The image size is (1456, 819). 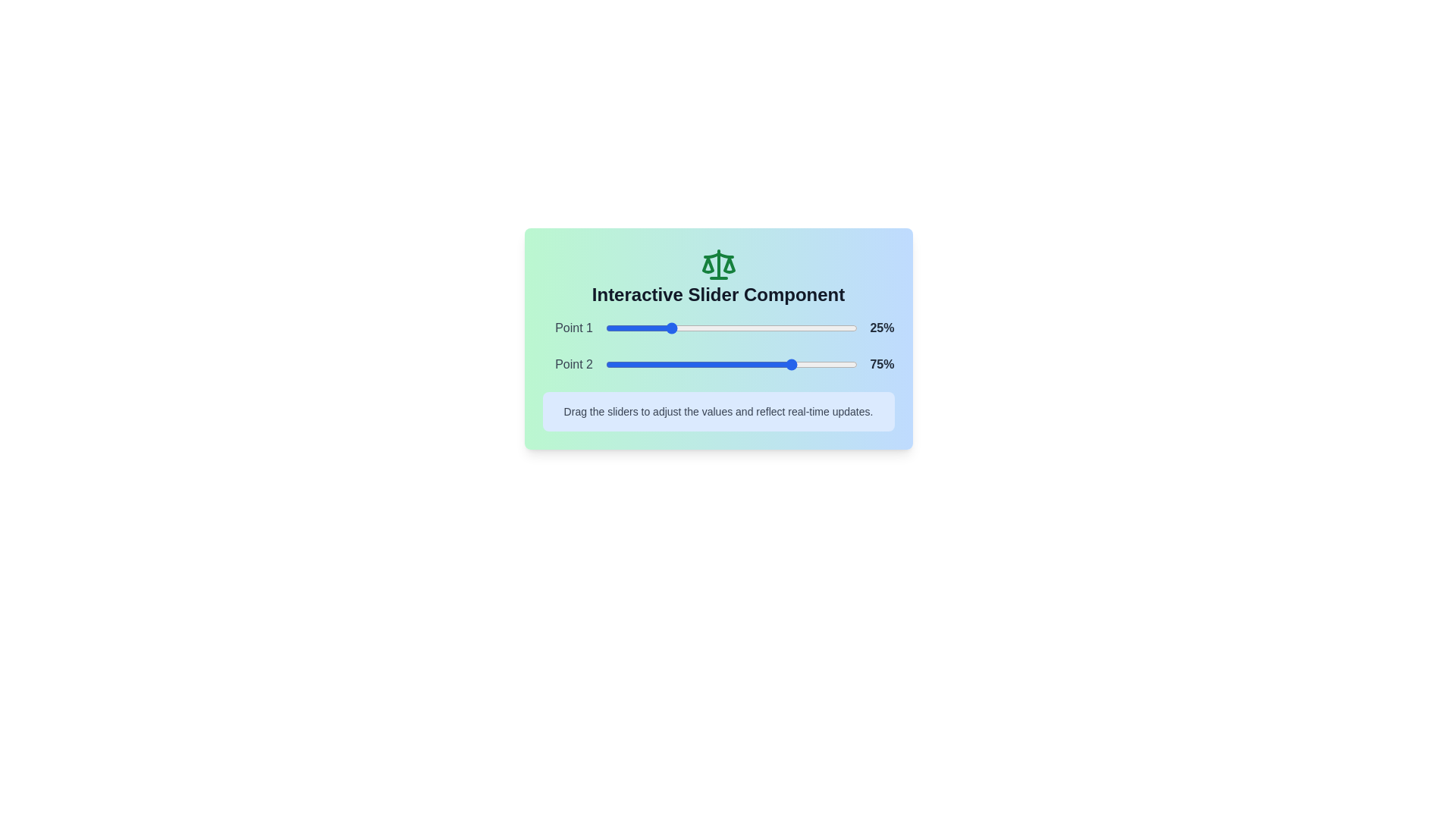 What do you see at coordinates (749, 327) in the screenshot?
I see `the slider handle to set the value to 57% for slider 1` at bounding box center [749, 327].